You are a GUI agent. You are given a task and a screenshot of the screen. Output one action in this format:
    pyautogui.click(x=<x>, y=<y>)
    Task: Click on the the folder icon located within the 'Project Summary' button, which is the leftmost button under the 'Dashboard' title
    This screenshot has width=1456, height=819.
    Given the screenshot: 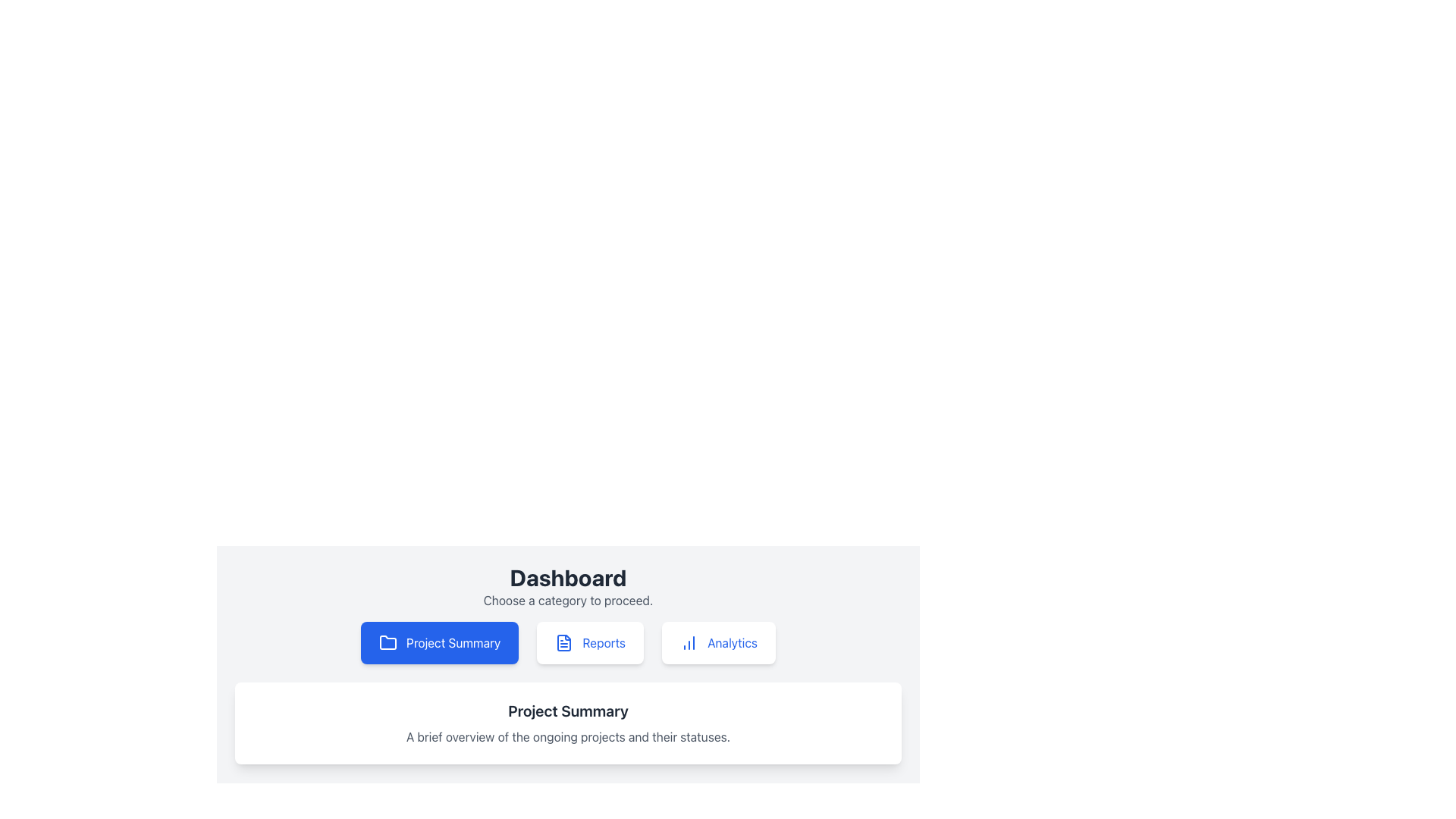 What is the action you would take?
    pyautogui.click(x=388, y=642)
    